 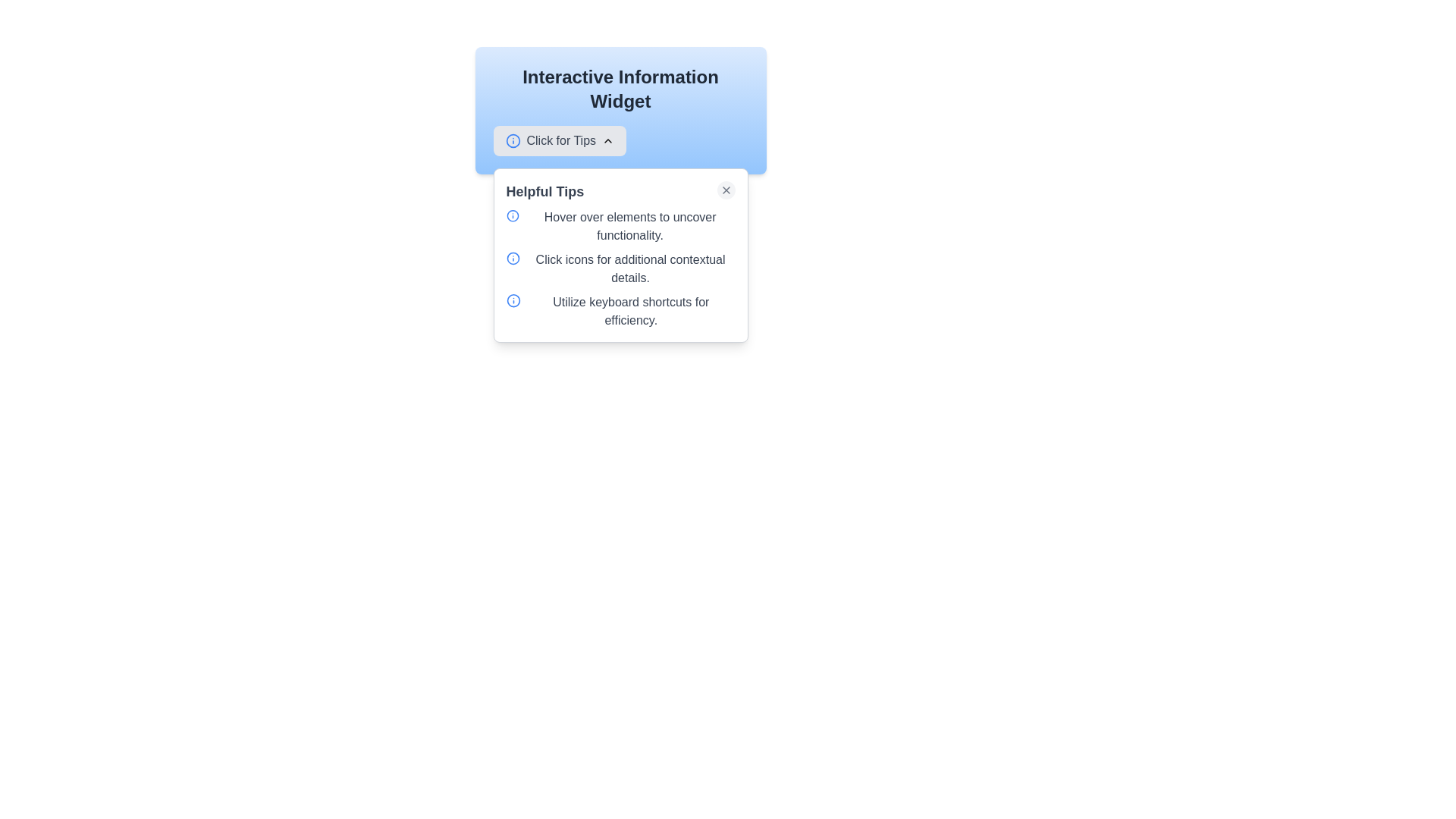 I want to click on the Text block containing the vertical instructions under the heading 'Helpful Tips', which is centrally located within the modal, so click(x=620, y=268).